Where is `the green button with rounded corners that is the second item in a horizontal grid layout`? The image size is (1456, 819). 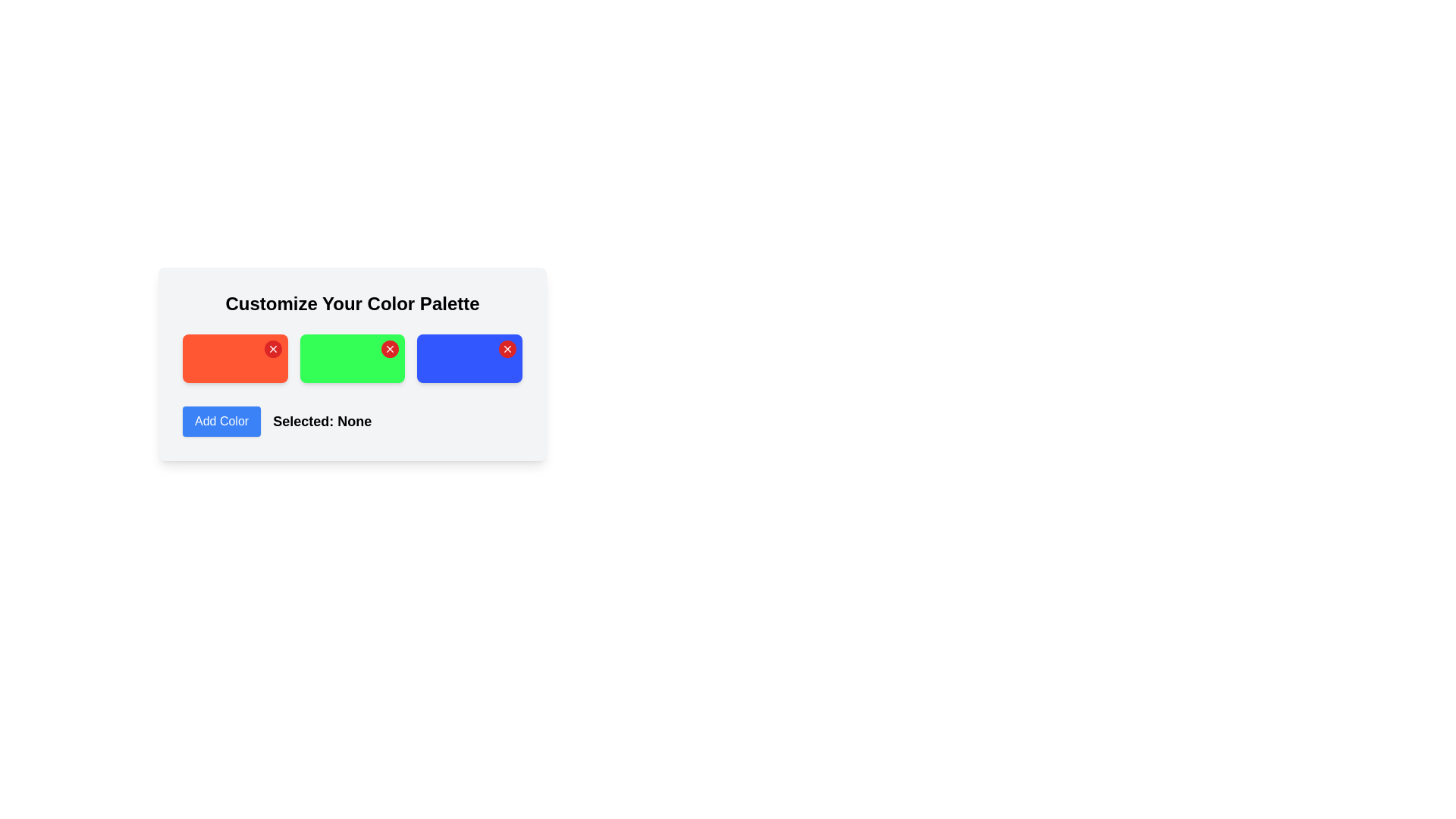
the green button with rounded corners that is the second item in a horizontal grid layout is located at coordinates (352, 361).